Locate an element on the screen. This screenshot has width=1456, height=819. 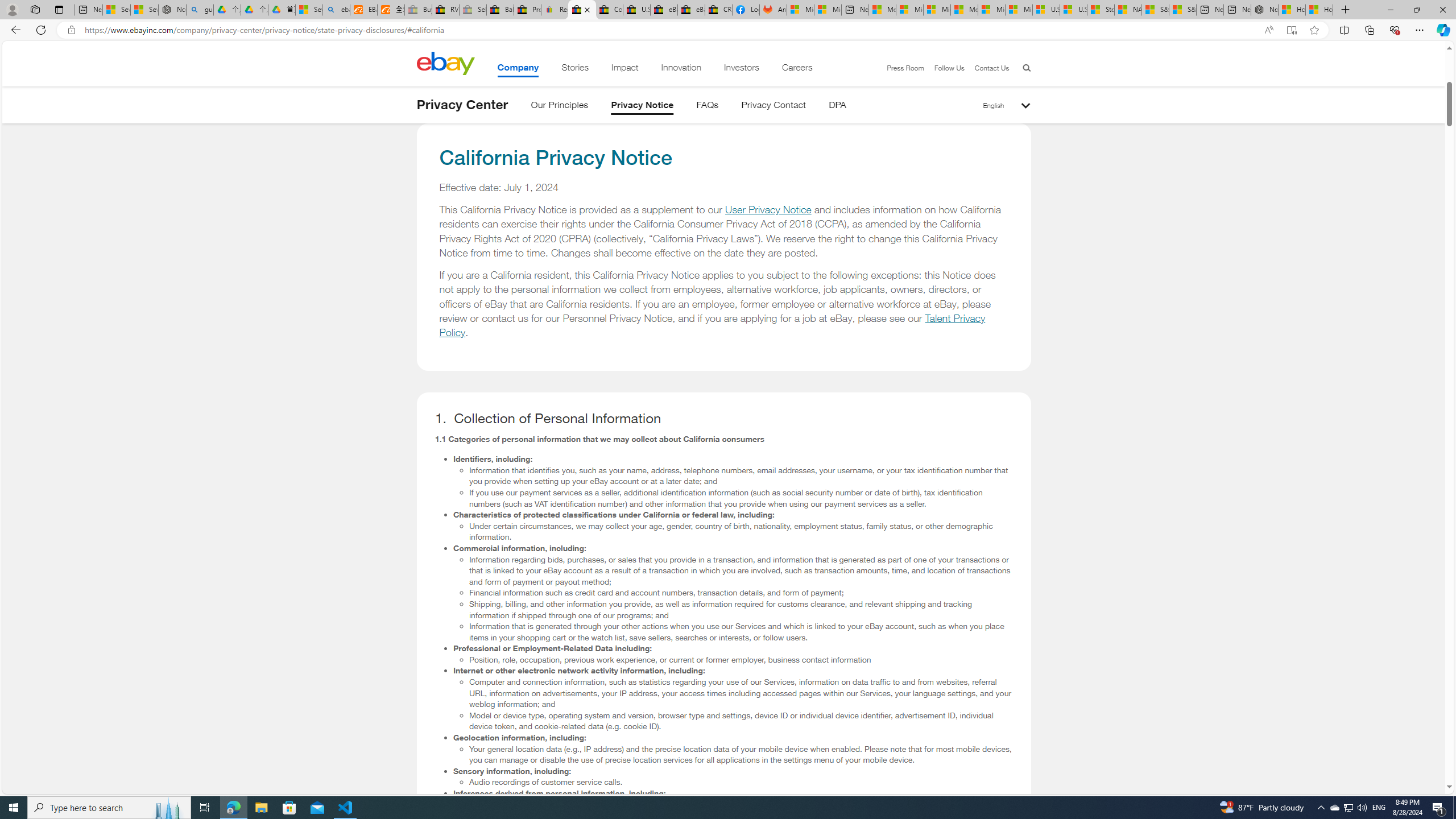
'Consumer Health Data Privacy Policy - eBay Inc.' is located at coordinates (609, 9).